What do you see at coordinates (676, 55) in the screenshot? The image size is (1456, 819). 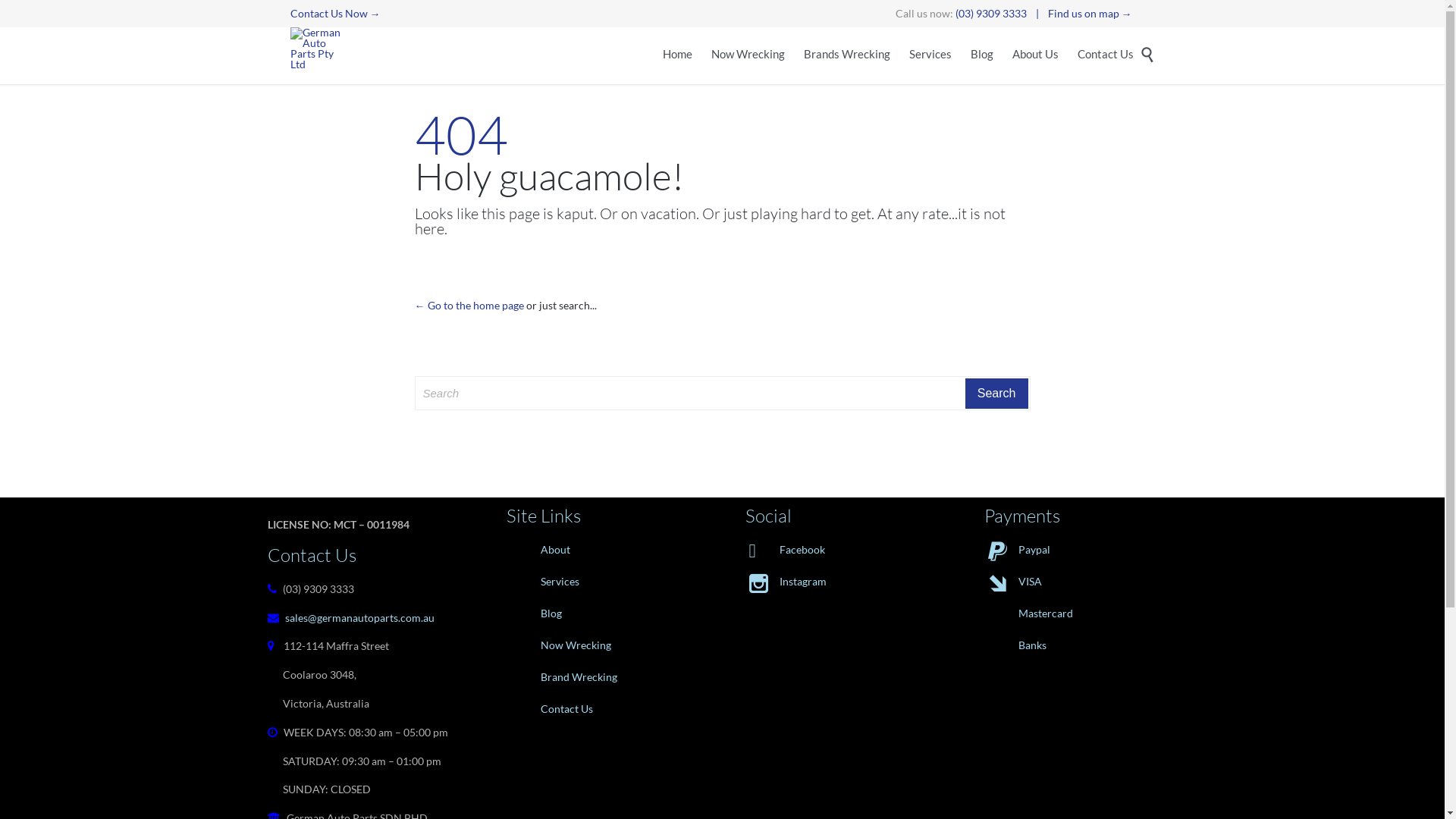 I see `'Home'` at bounding box center [676, 55].